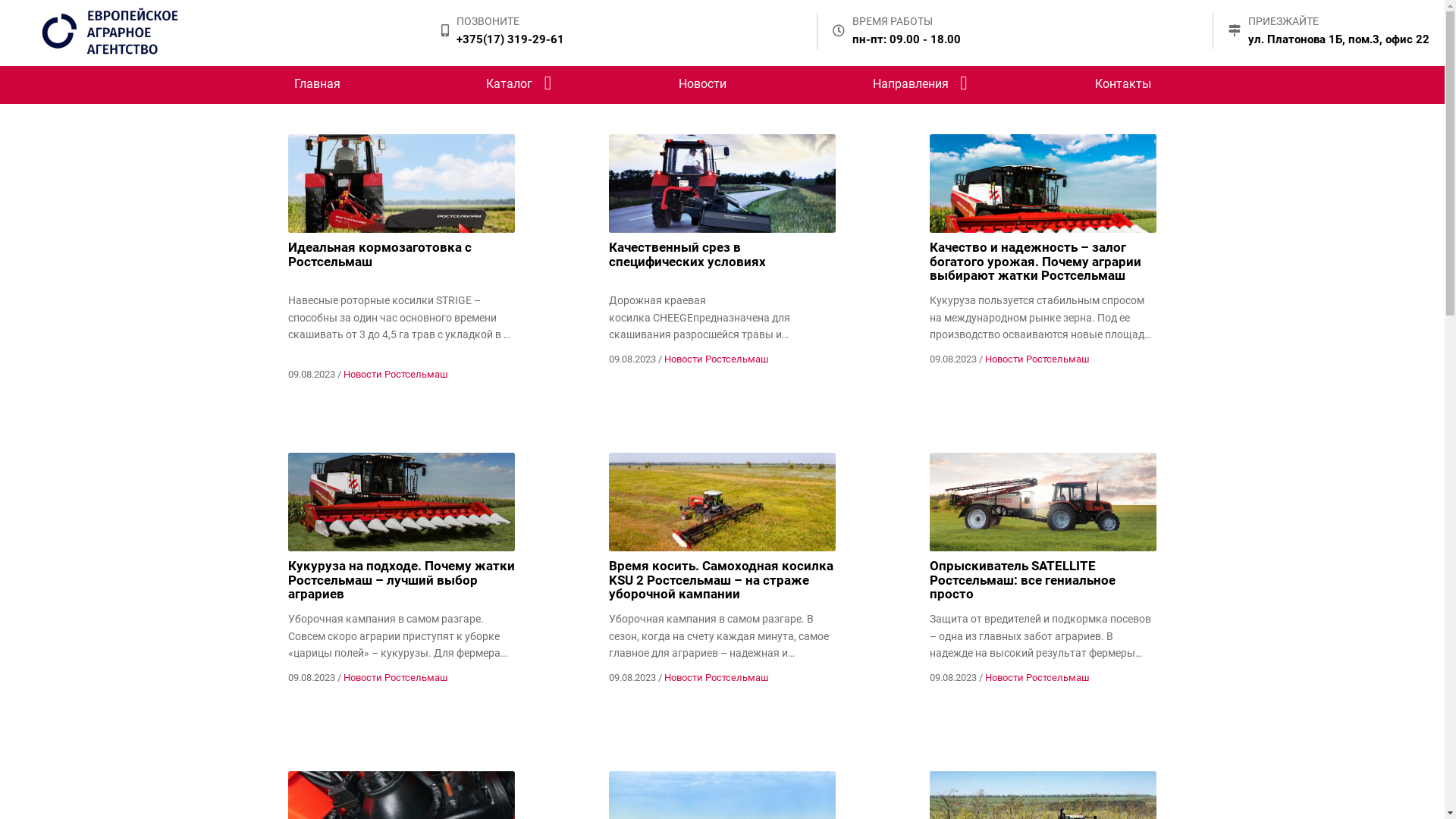 This screenshot has width=1456, height=819. What do you see at coordinates (510, 38) in the screenshot?
I see `'+375(17) 319-29-61'` at bounding box center [510, 38].